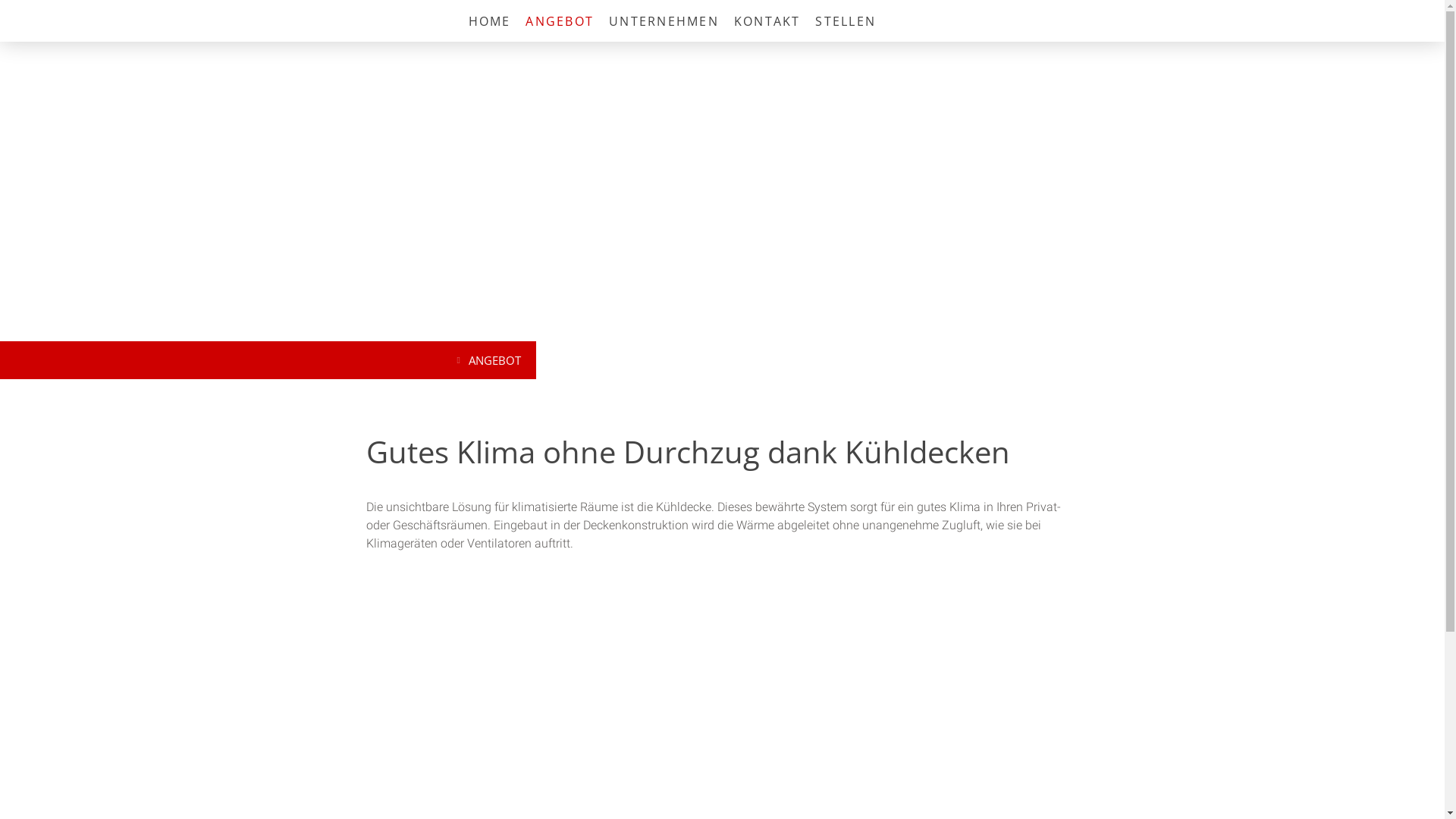 The width and height of the screenshot is (1456, 819). Describe the element at coordinates (844, 20) in the screenshot. I see `'STELLEN'` at that location.